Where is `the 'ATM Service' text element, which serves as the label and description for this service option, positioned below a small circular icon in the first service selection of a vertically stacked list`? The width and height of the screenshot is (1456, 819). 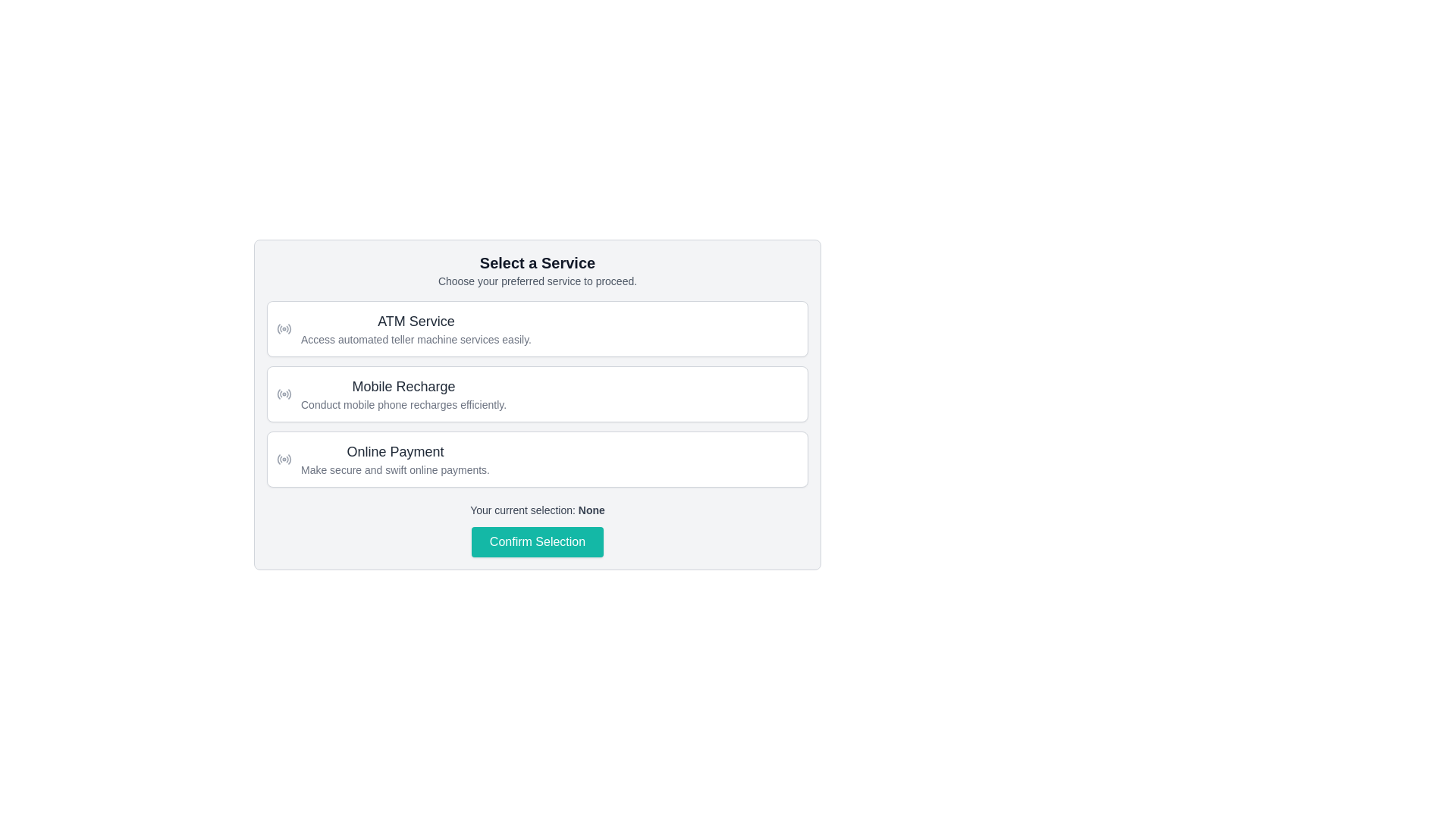
the 'ATM Service' text element, which serves as the label and description for this service option, positioned below a small circular icon in the first service selection of a vertically stacked list is located at coordinates (416, 328).